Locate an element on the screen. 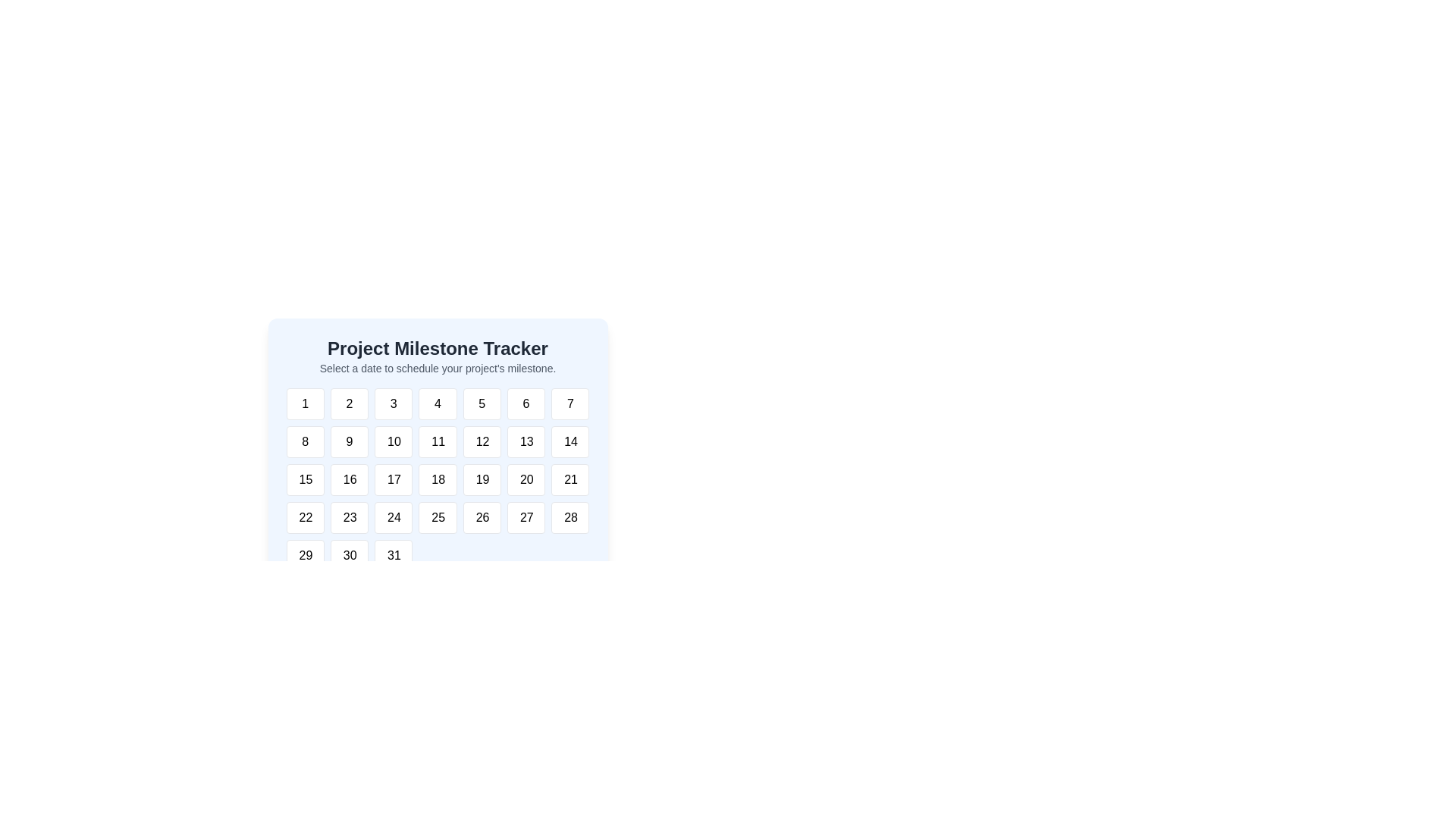 This screenshot has height=819, width=1456. the rectangular button labeled '6' with a white background and light gray border in the 'Project Milestone Tracker' section is located at coordinates (526, 403).